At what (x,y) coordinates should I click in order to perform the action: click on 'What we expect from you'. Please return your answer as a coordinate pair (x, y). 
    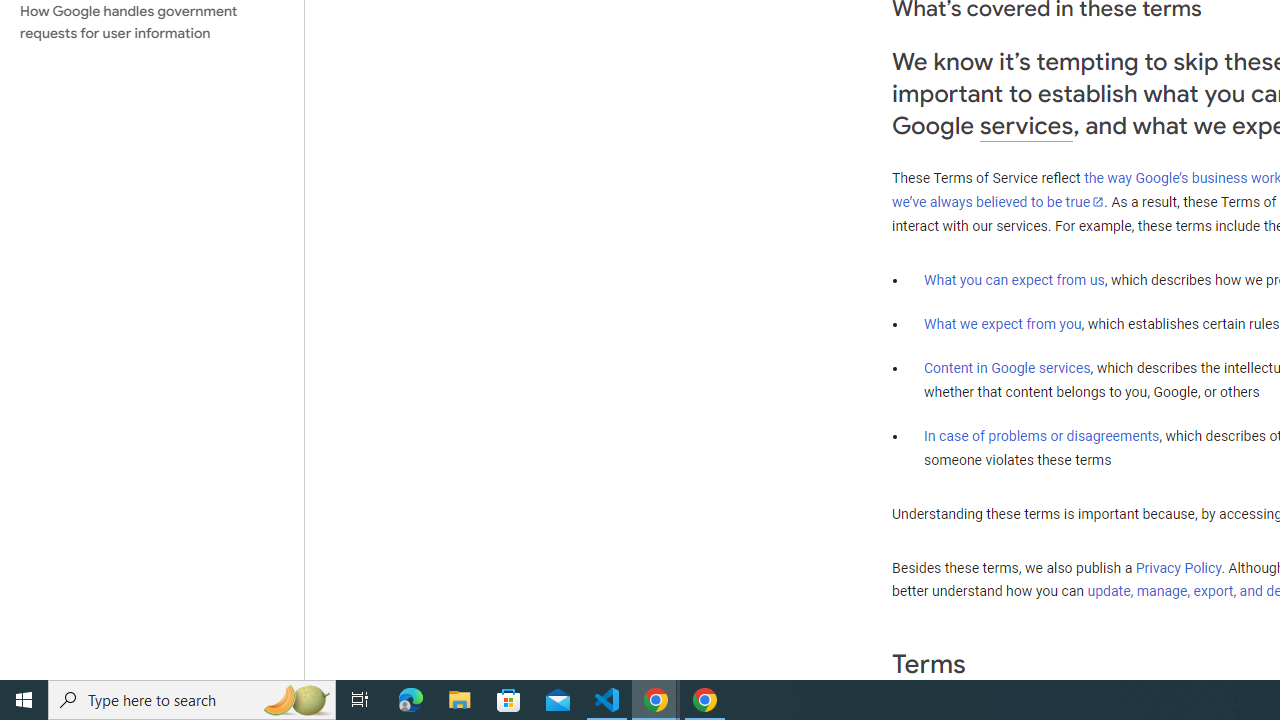
    Looking at the image, I should click on (1002, 323).